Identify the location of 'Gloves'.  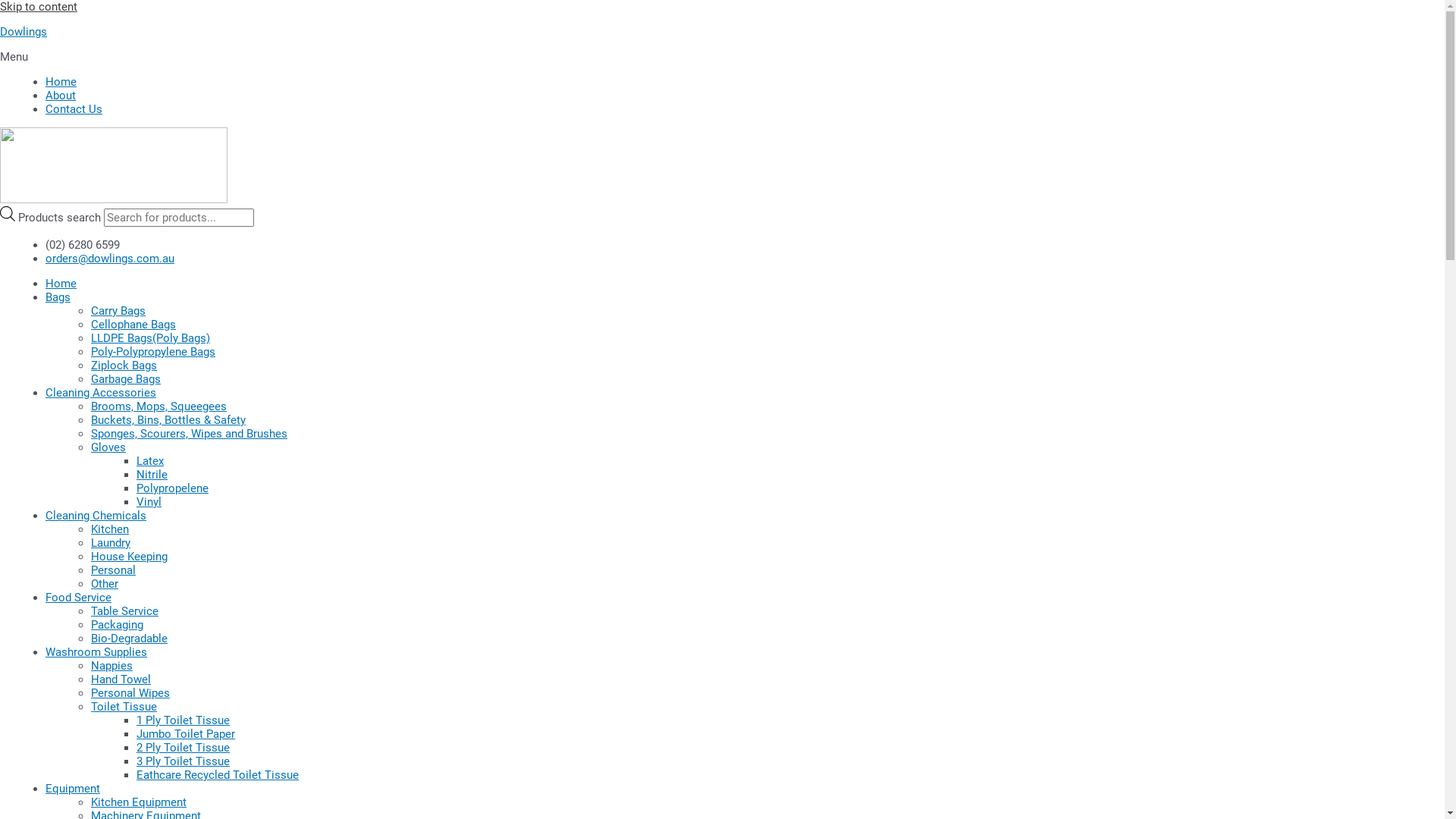
(108, 447).